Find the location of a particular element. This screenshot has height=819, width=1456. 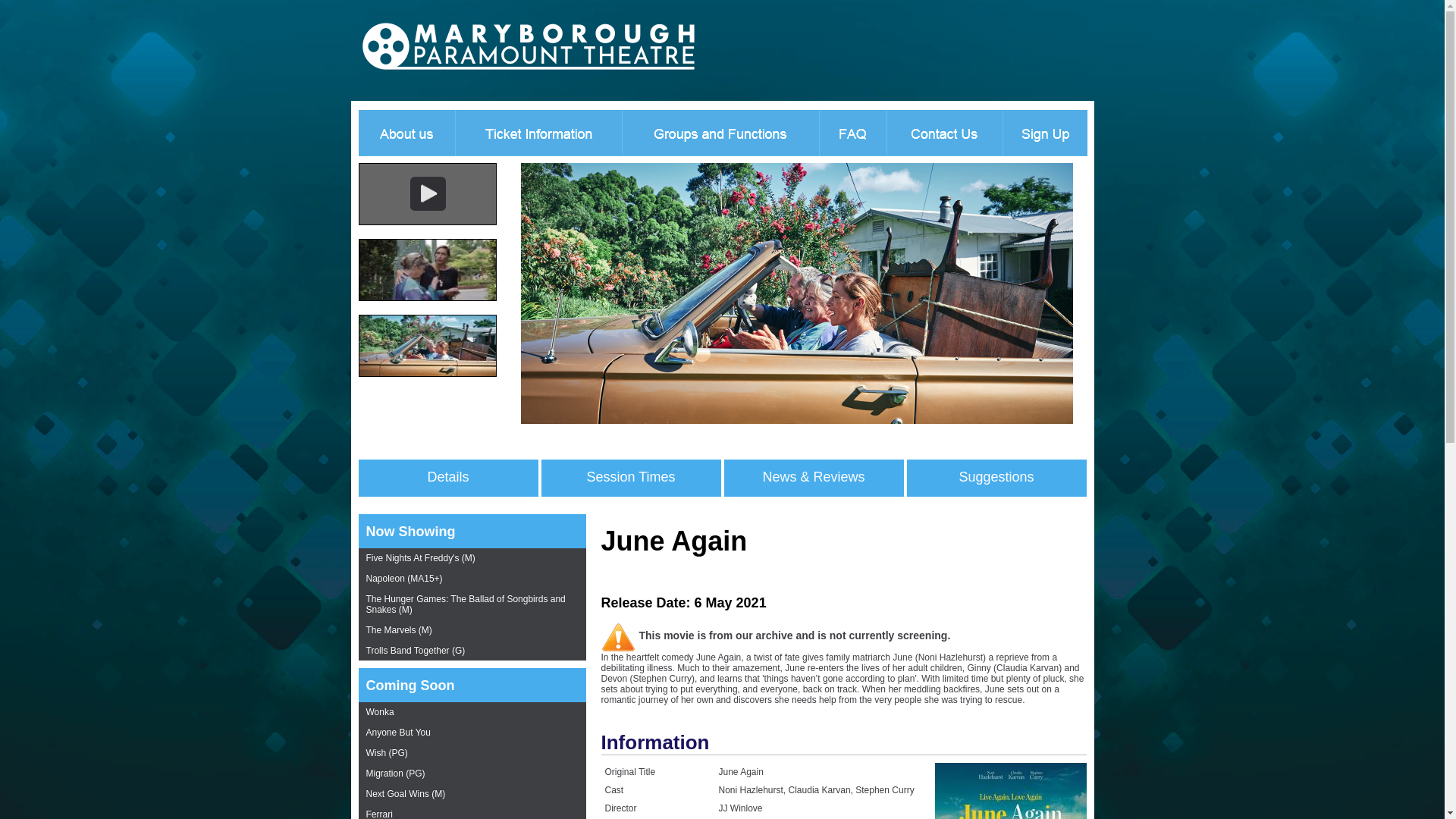

'Trolls Band Together (G)' is located at coordinates (356, 649).